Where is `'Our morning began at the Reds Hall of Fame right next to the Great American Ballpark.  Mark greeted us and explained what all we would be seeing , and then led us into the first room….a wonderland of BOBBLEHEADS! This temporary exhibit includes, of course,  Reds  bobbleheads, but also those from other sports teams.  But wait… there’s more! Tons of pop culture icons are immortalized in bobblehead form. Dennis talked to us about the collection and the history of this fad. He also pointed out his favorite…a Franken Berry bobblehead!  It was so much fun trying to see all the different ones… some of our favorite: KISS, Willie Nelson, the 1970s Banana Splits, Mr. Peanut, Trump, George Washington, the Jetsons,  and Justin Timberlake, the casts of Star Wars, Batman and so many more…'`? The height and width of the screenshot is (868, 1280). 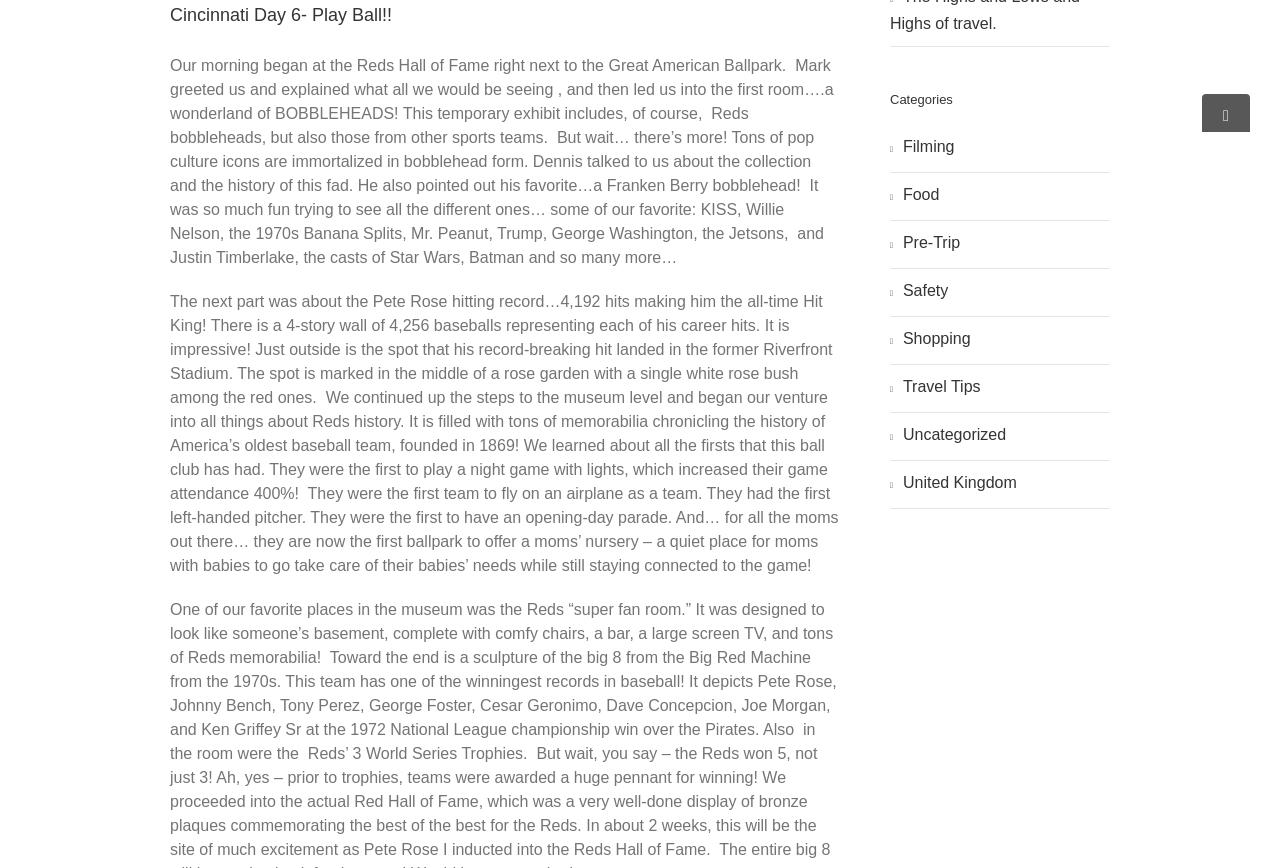 'Our morning began at the Reds Hall of Fame right next to the Great American Ballpark.  Mark greeted us and explained what all we would be seeing , and then led us into the first room….a wonderland of BOBBLEHEADS! This temporary exhibit includes, of course,  Reds  bobbleheads, but also those from other sports teams.  But wait… there’s more! Tons of pop culture icons are immortalized in bobblehead form. Dennis talked to us about the collection and the history of this fad. He also pointed out his favorite…a Franken Berry bobblehead!  It was so much fun trying to see all the different ones… some of our favorite: KISS, Willie Nelson, the 1970s Banana Splits, Mr. Peanut, Trump, George Washington, the Jetsons,  and Justin Timberlake, the casts of Star Wars, Batman and so many more…' is located at coordinates (501, 160).